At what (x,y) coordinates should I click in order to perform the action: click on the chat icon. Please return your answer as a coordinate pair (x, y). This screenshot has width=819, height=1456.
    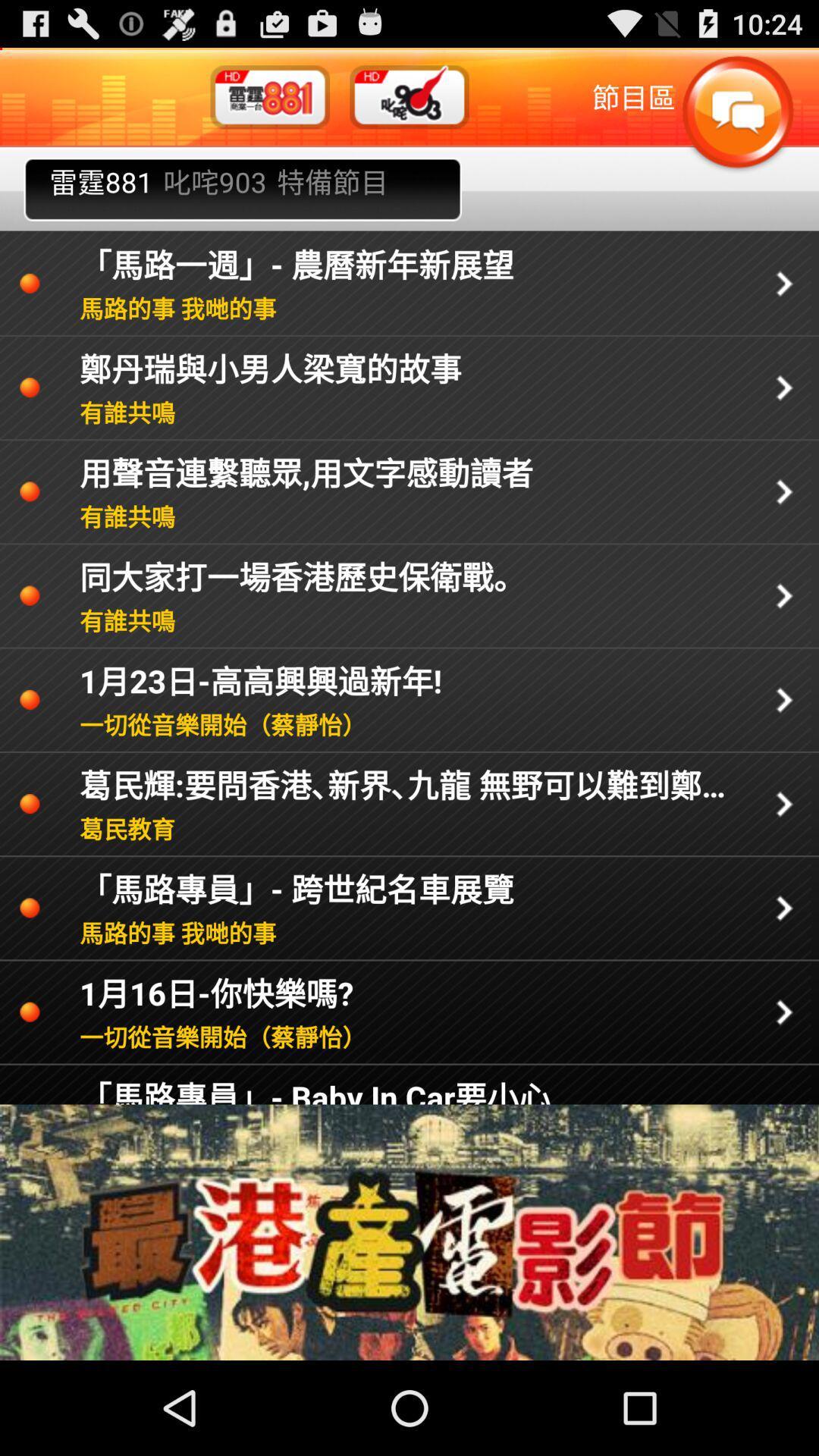
    Looking at the image, I should click on (736, 121).